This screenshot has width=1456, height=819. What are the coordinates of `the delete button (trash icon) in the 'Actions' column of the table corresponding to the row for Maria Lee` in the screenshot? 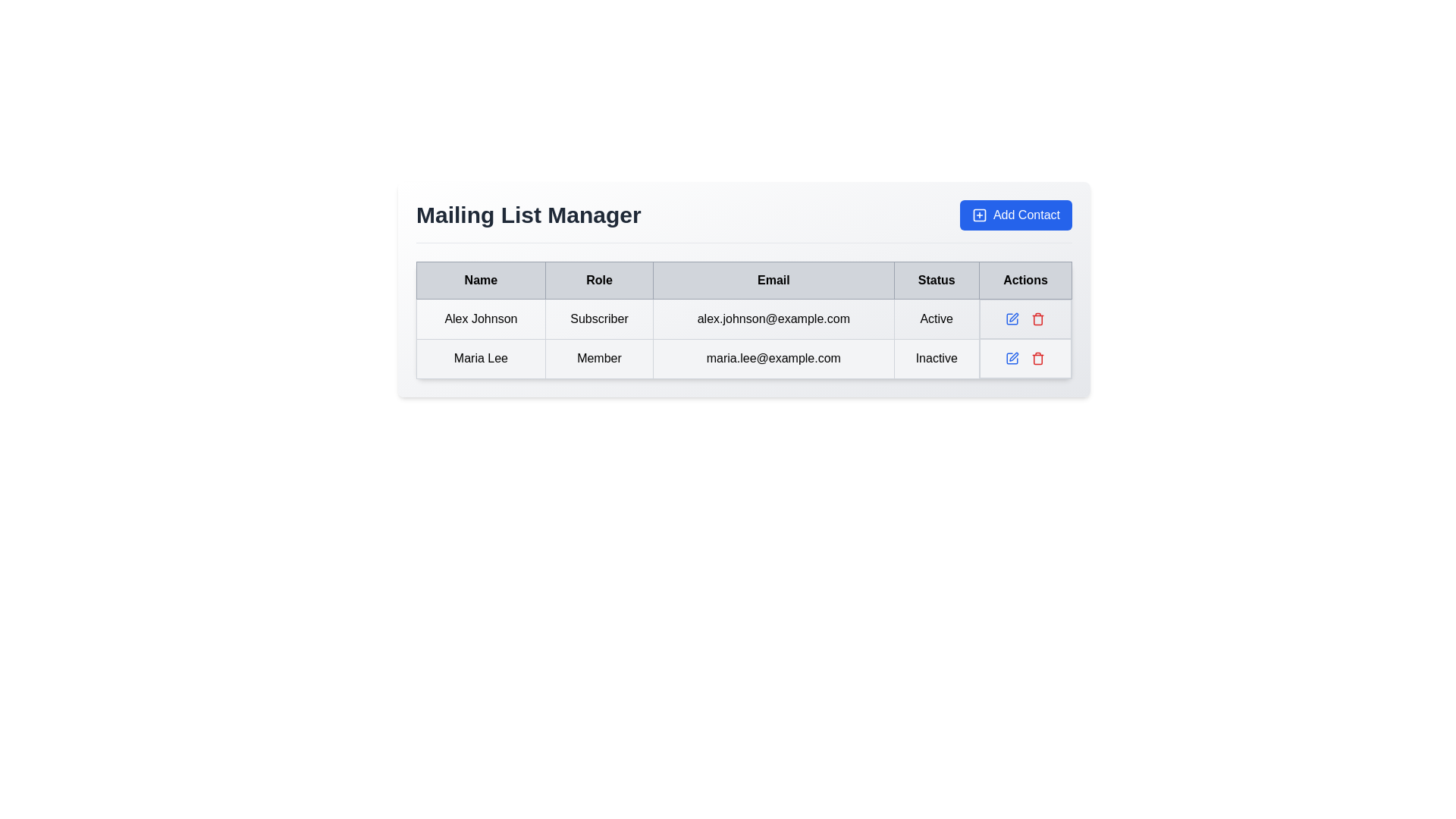 It's located at (1037, 318).